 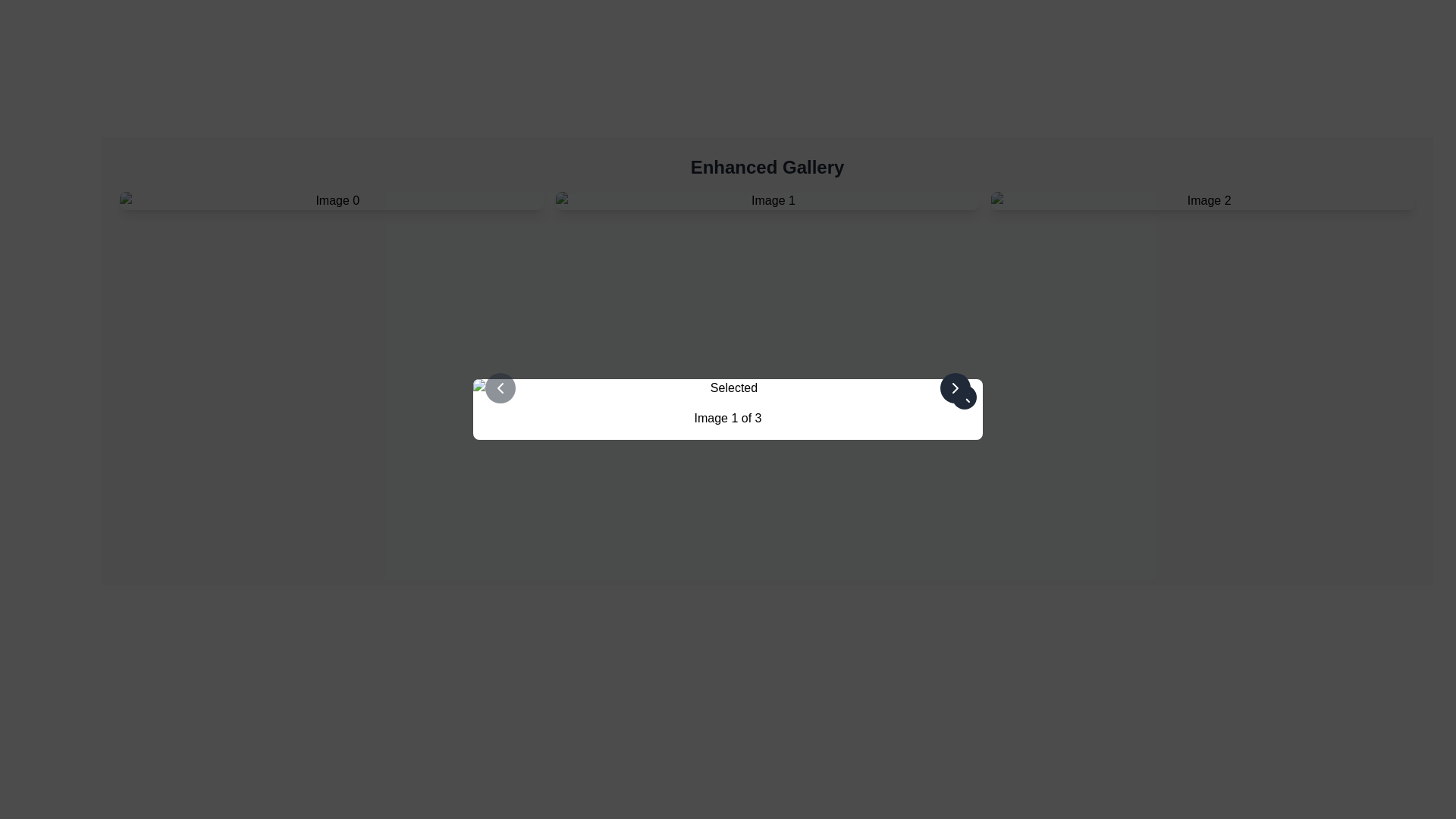 I want to click on the heading or title text located at the top center of the viewport, which serves as the primary title for the gallery section, so click(x=767, y=167).